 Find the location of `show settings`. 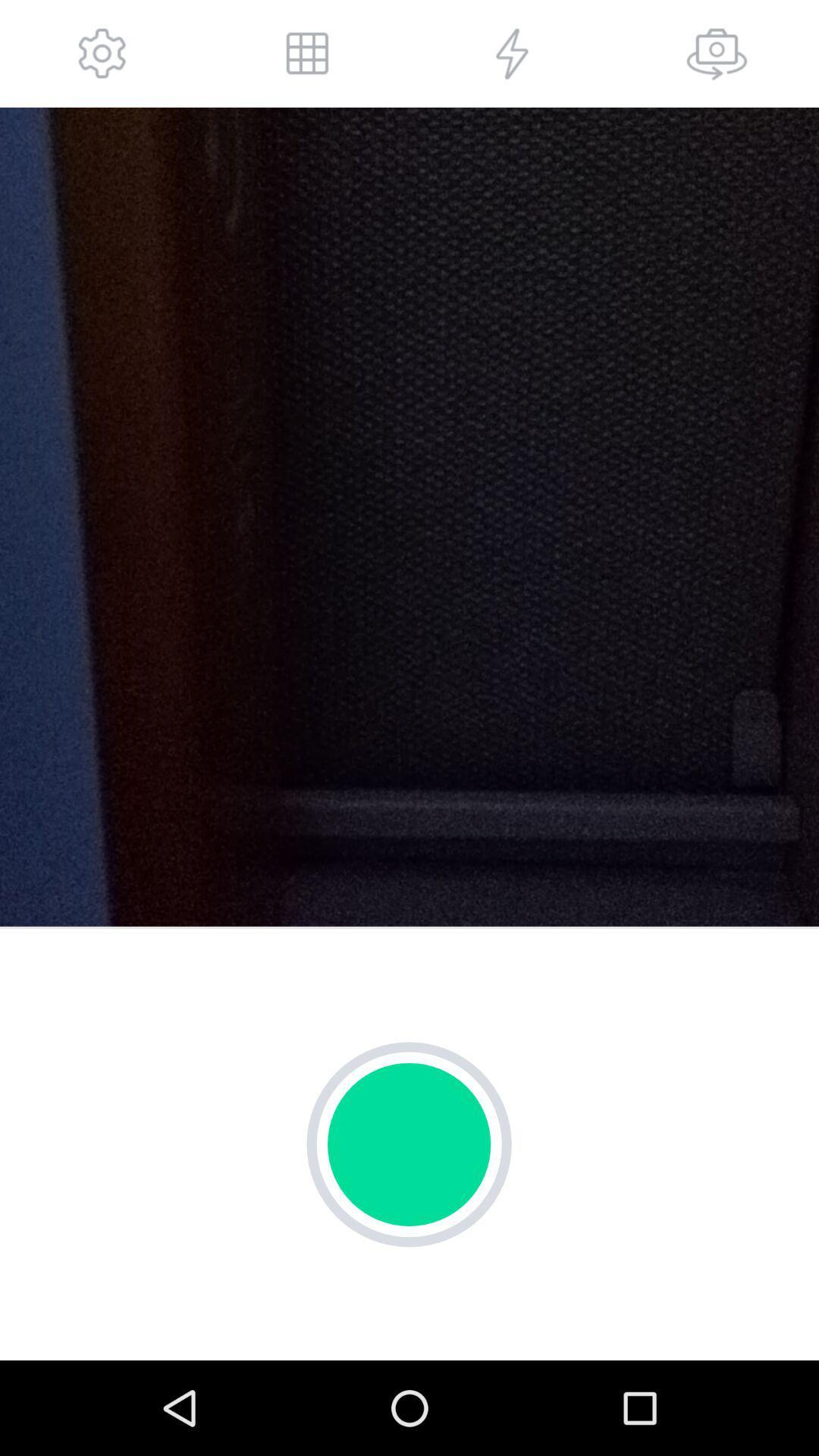

show settings is located at coordinates (102, 53).